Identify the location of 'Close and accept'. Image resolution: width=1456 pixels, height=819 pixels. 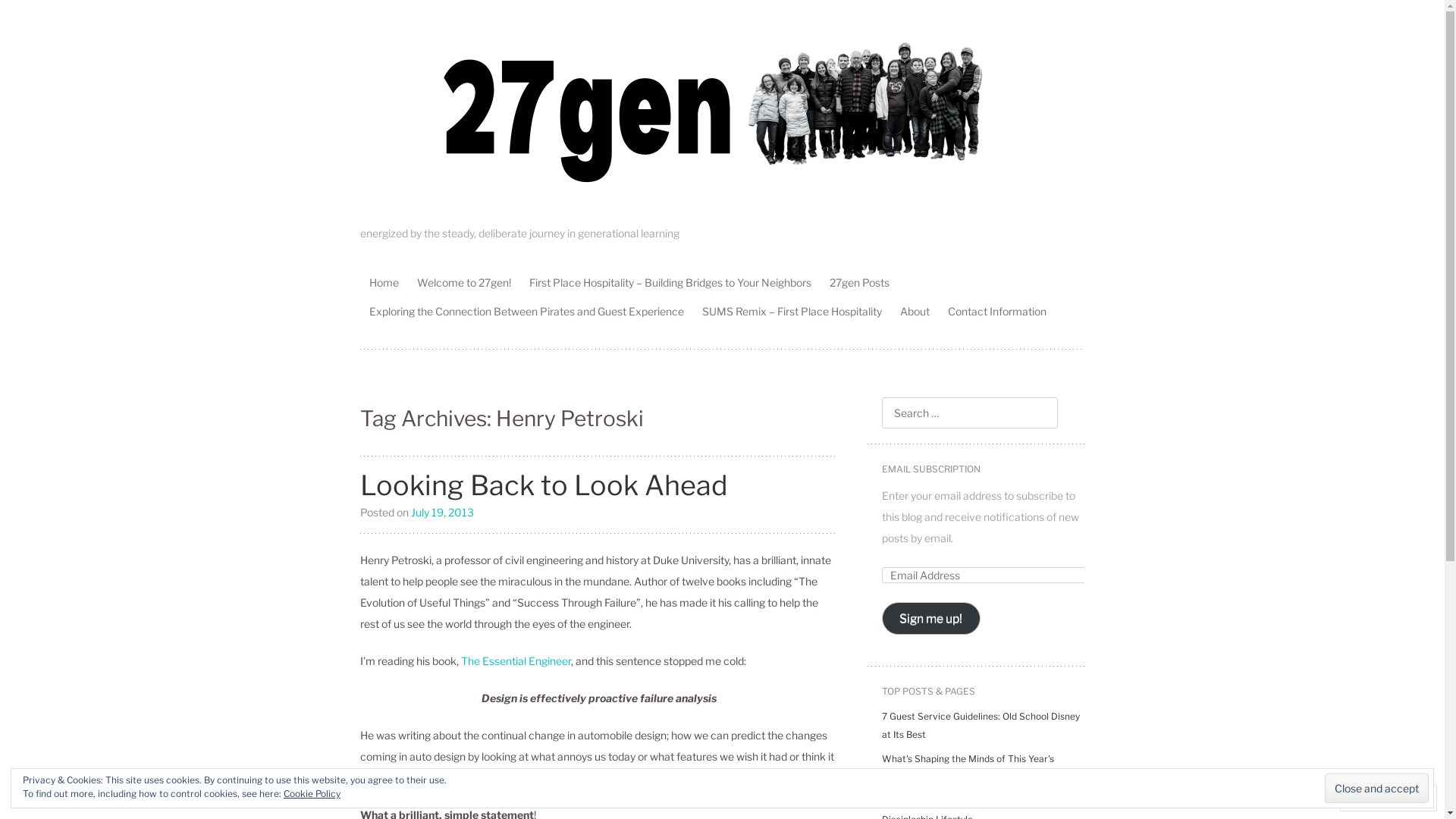
(1324, 787).